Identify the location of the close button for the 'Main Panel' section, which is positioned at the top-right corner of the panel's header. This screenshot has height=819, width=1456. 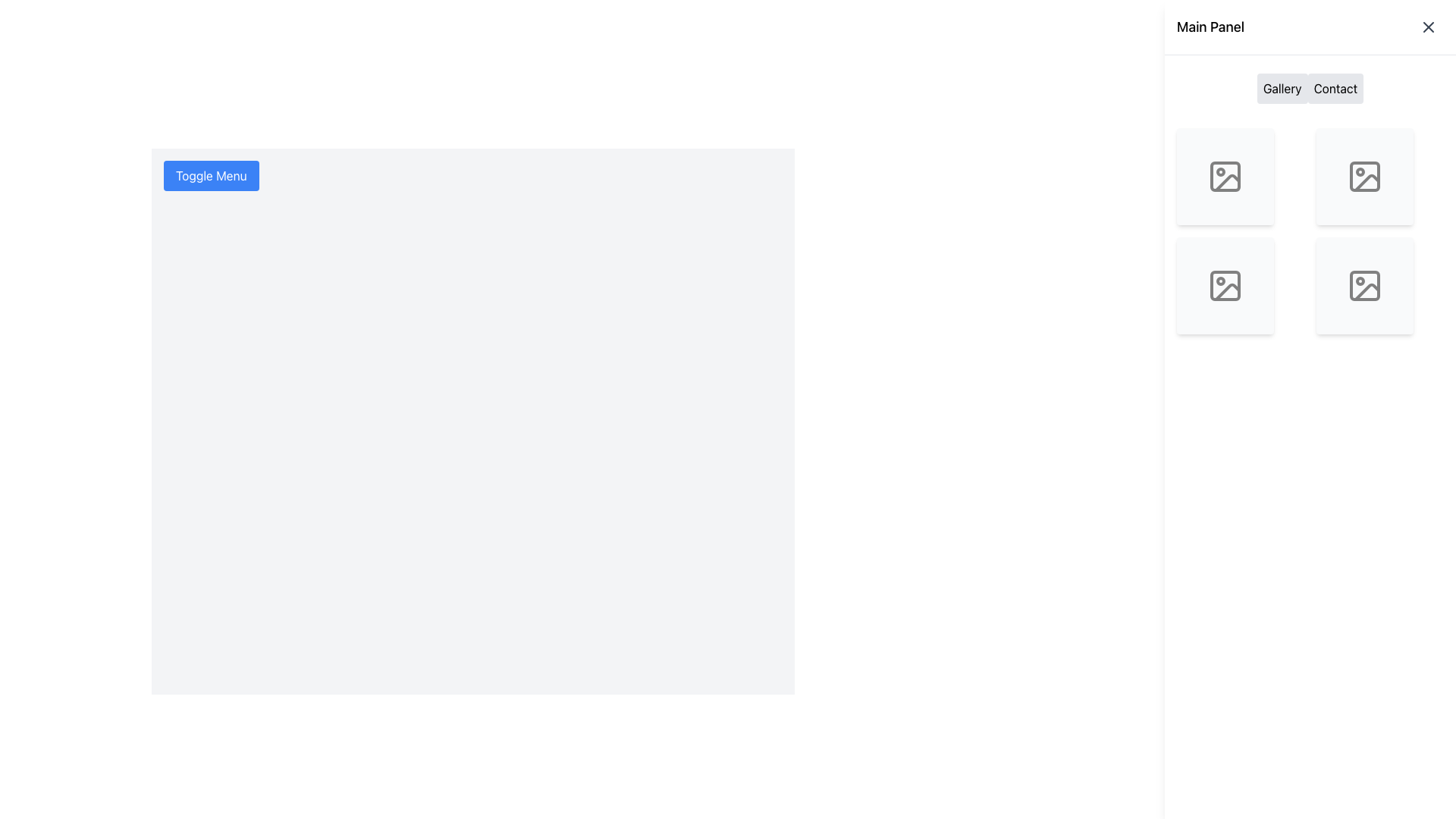
(1427, 27).